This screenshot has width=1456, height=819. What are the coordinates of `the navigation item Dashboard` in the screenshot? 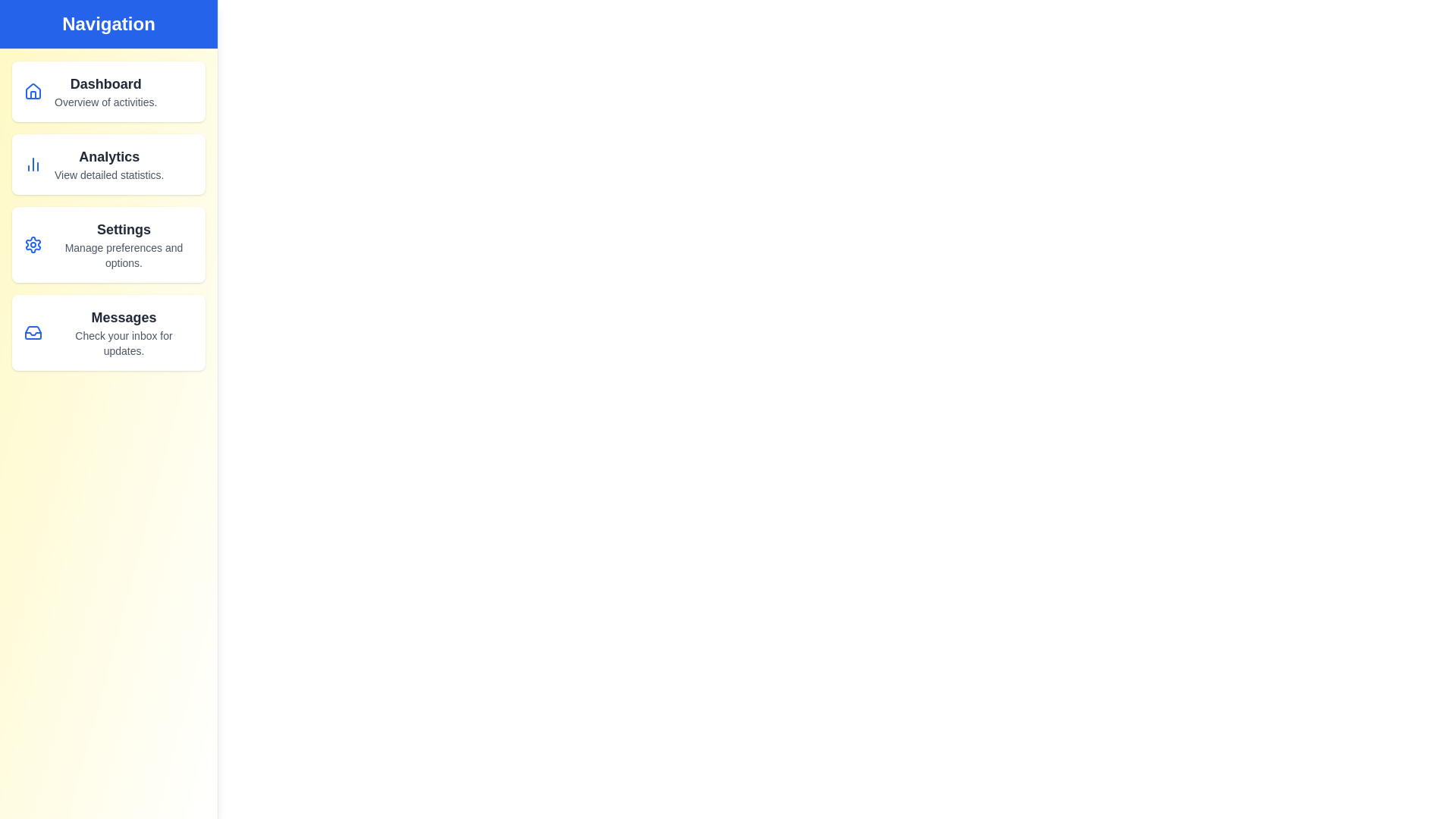 It's located at (108, 91).